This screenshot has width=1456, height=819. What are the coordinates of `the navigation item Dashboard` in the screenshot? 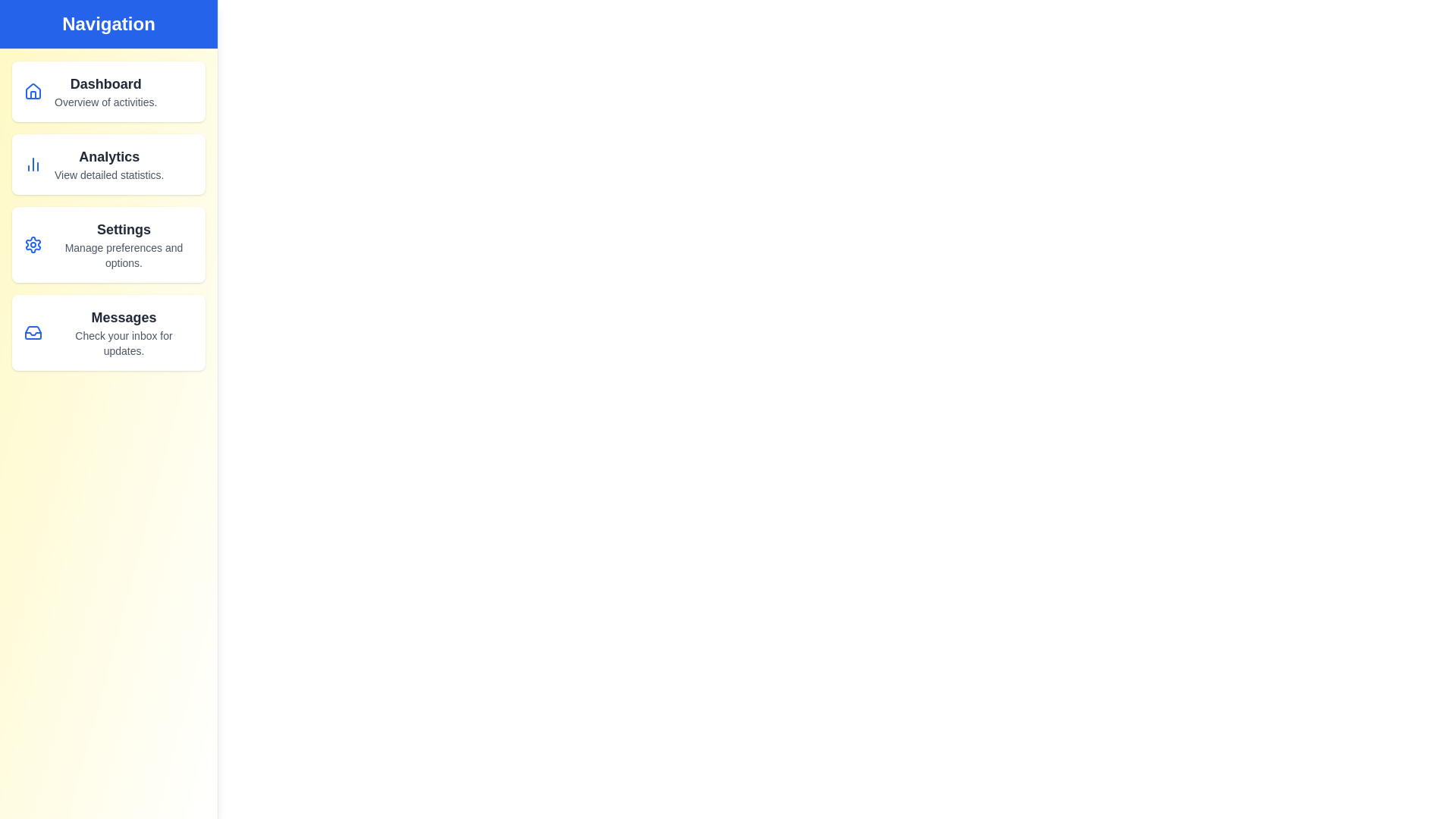 It's located at (108, 91).